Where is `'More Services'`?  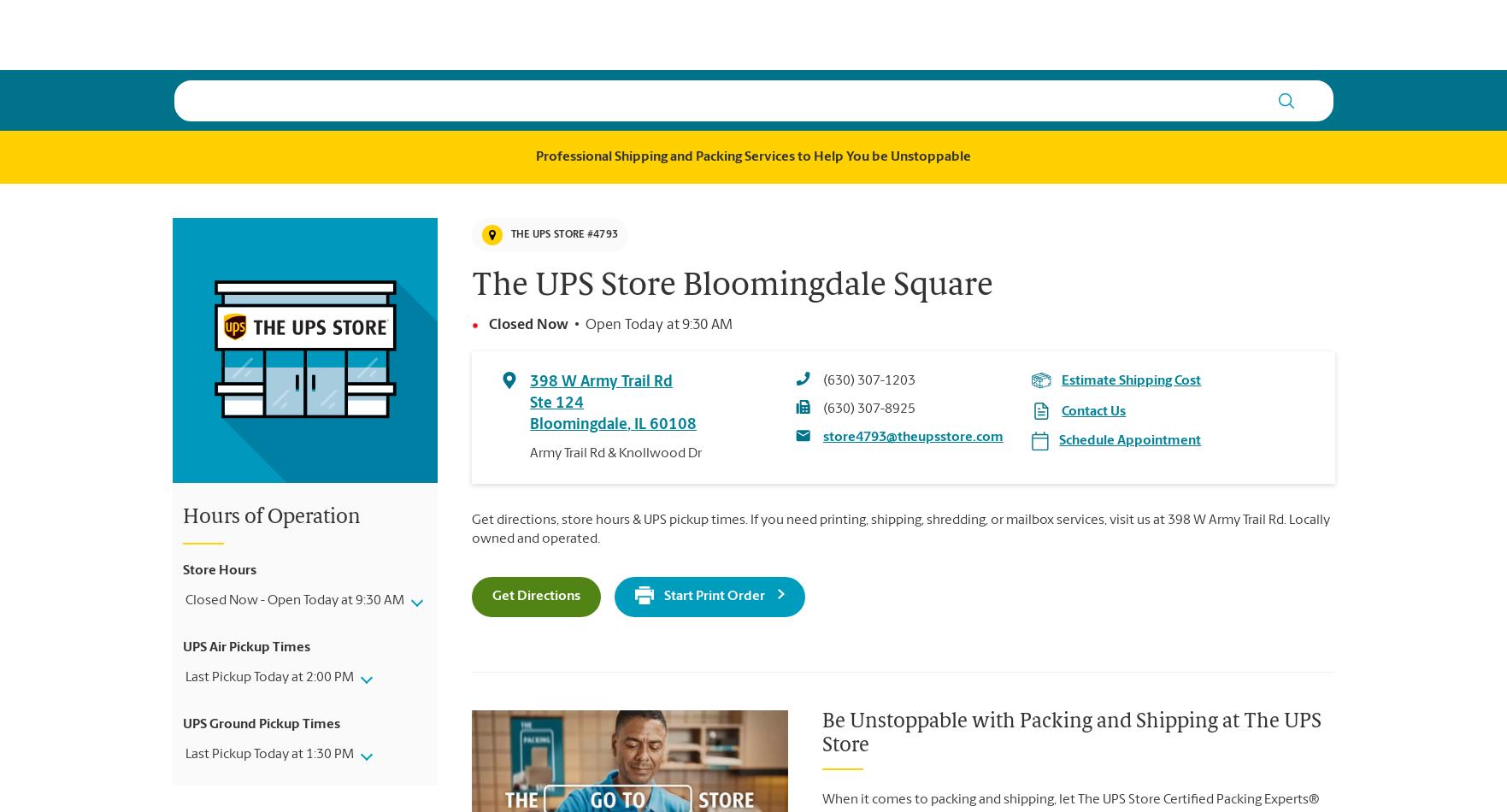
'More Services' is located at coordinates (842, 33).